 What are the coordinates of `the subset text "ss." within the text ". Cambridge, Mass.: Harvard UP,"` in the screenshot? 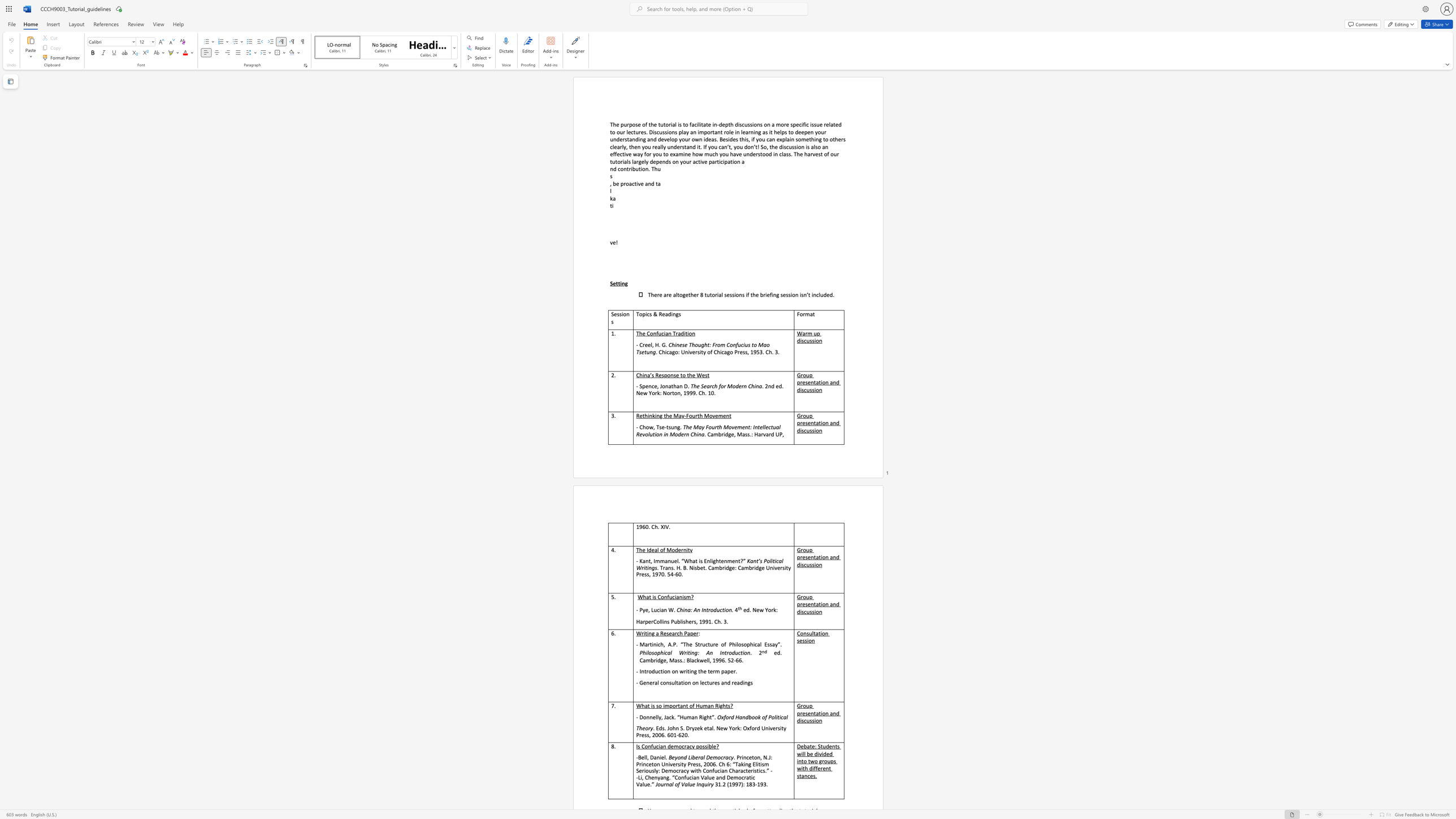 It's located at (745, 434).